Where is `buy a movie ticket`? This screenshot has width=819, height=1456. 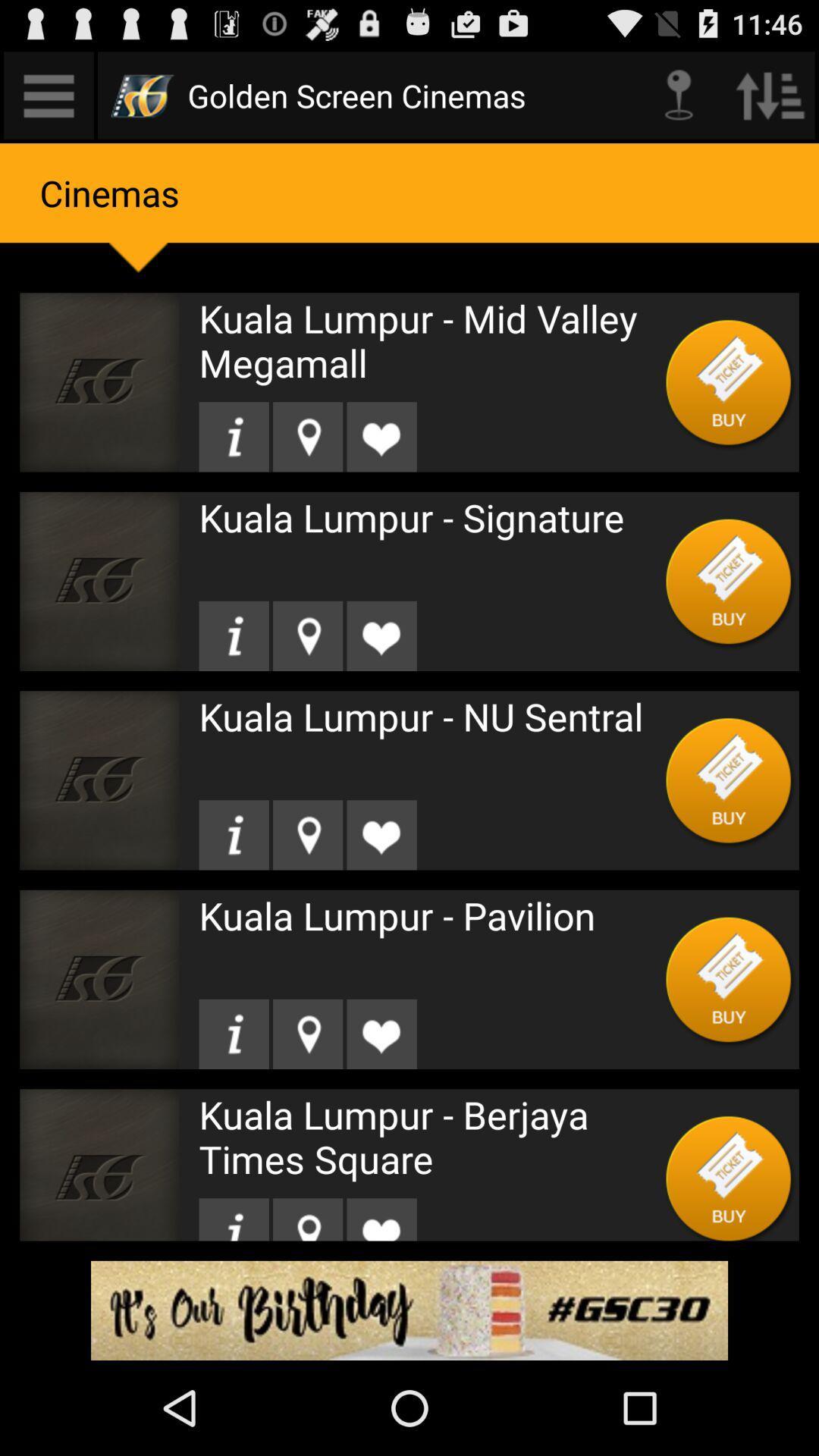
buy a movie ticket is located at coordinates (728, 382).